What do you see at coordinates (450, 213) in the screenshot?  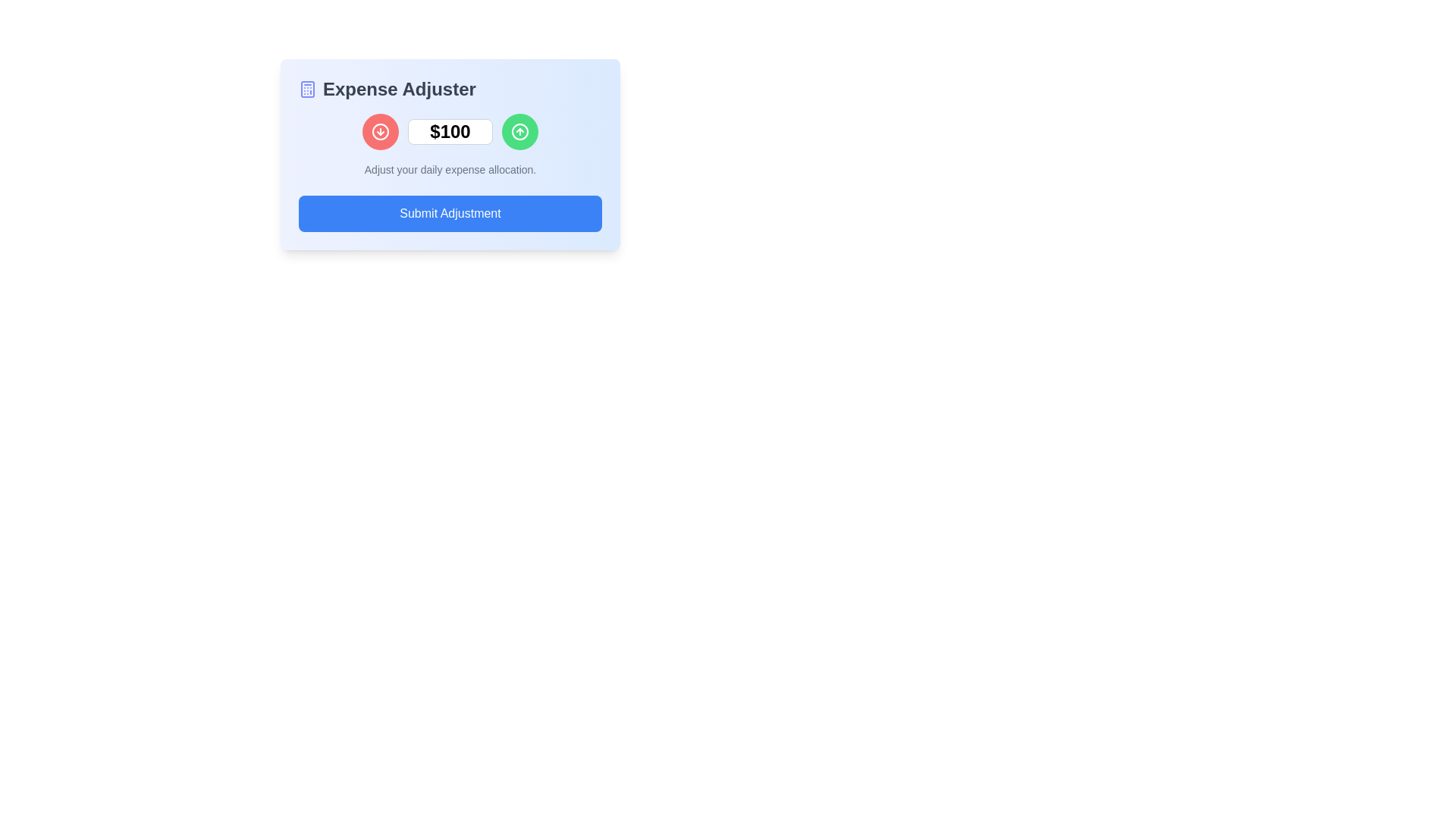 I see `the submit button located at the bottom of the 'Expense Adjuster' section` at bounding box center [450, 213].